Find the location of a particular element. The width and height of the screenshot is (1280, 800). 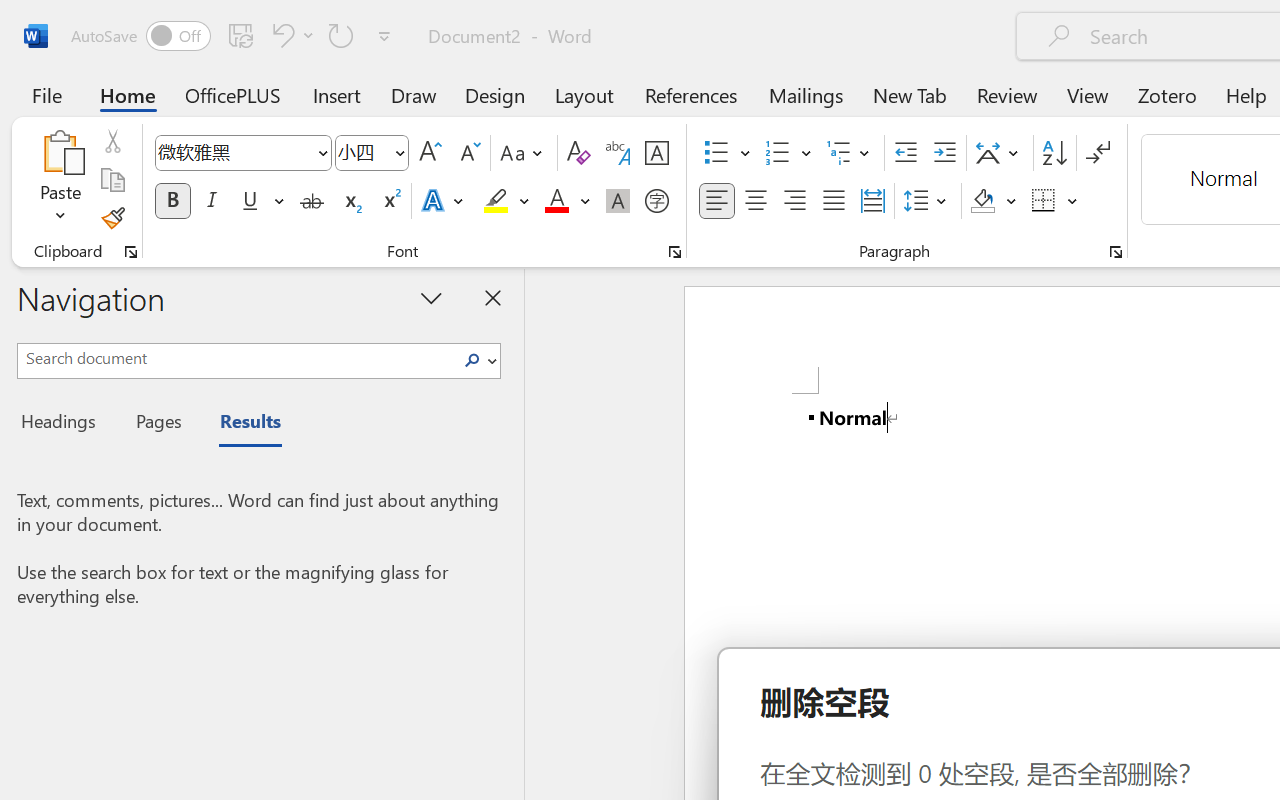

'Center' is located at coordinates (755, 201).